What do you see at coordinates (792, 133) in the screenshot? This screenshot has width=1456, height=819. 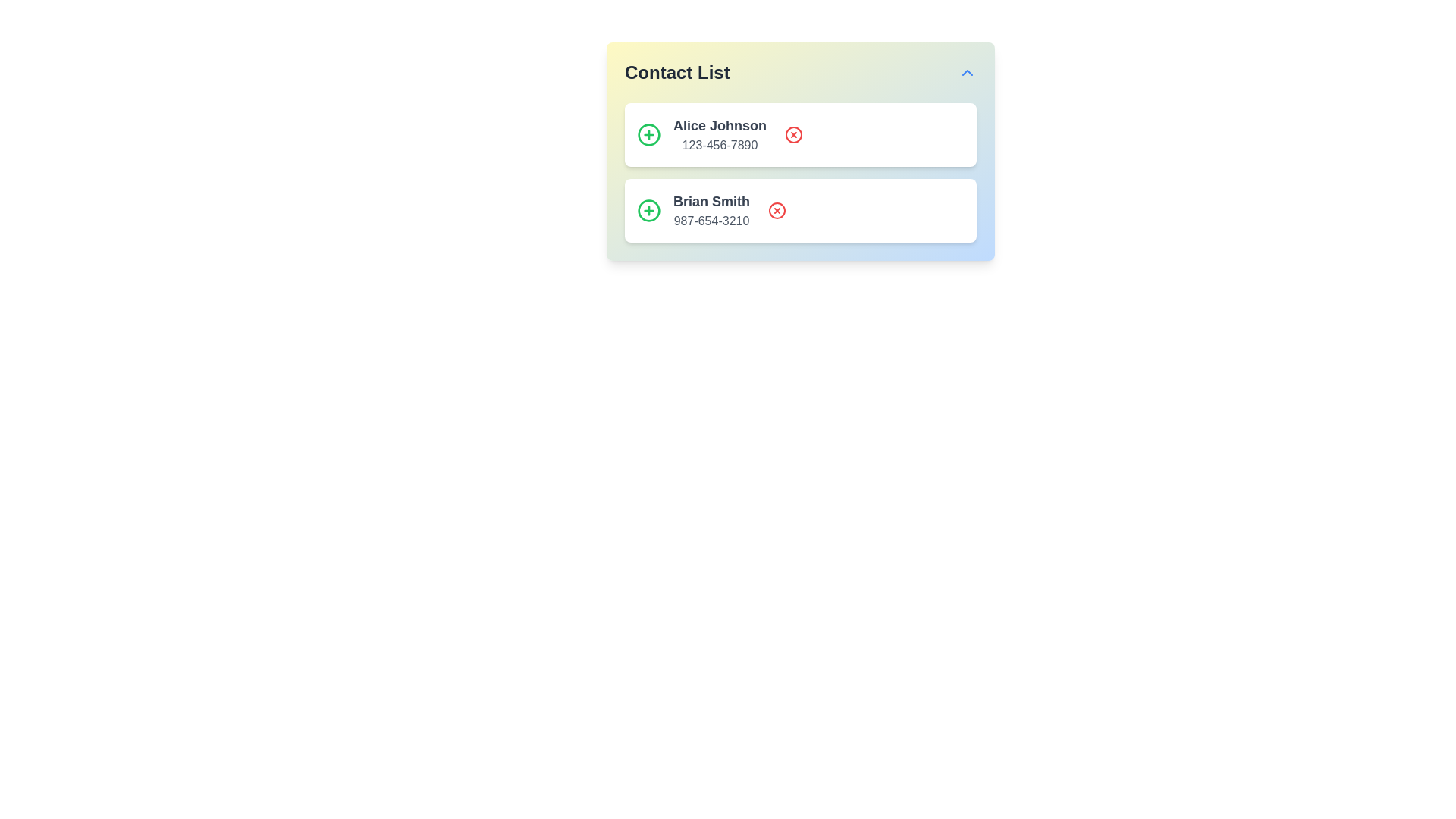 I see `the red circular icon with a white 'X'` at bounding box center [792, 133].